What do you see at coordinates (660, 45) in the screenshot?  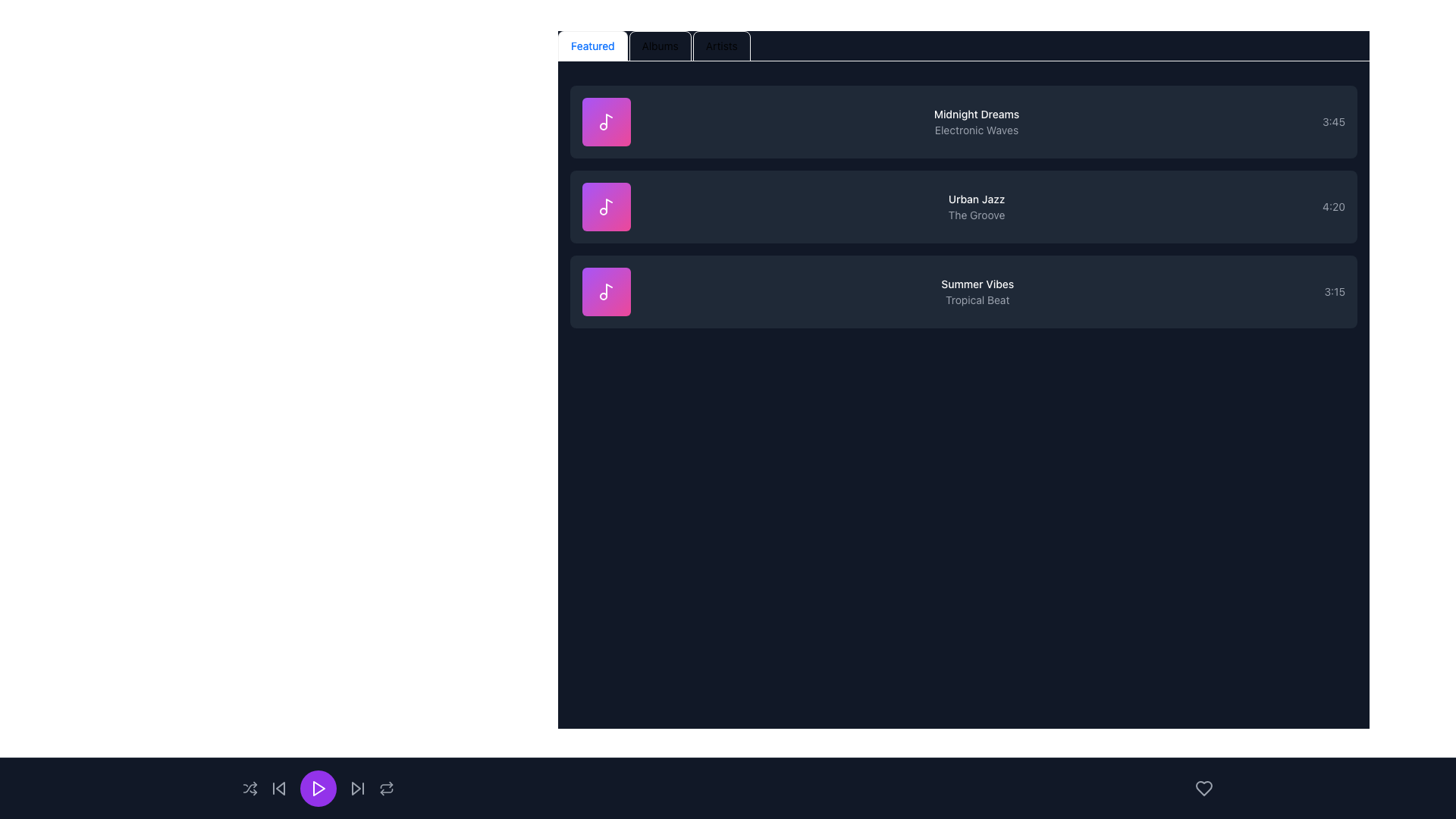 I see `the 'Albums' tab, which is the second tab in a horizontal tab group located at the top of a dark-themed interface` at bounding box center [660, 45].